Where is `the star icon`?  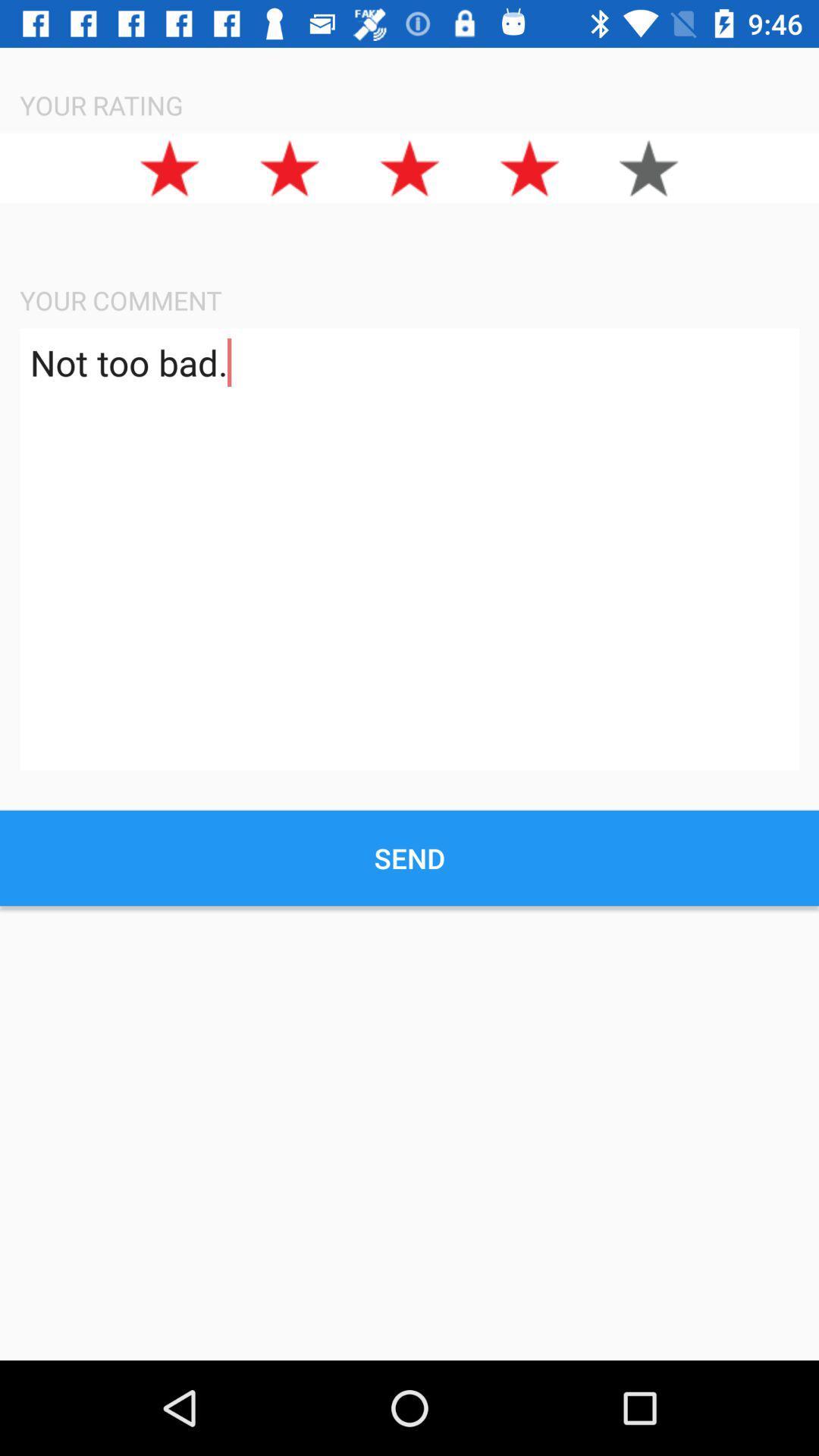 the star icon is located at coordinates (648, 168).